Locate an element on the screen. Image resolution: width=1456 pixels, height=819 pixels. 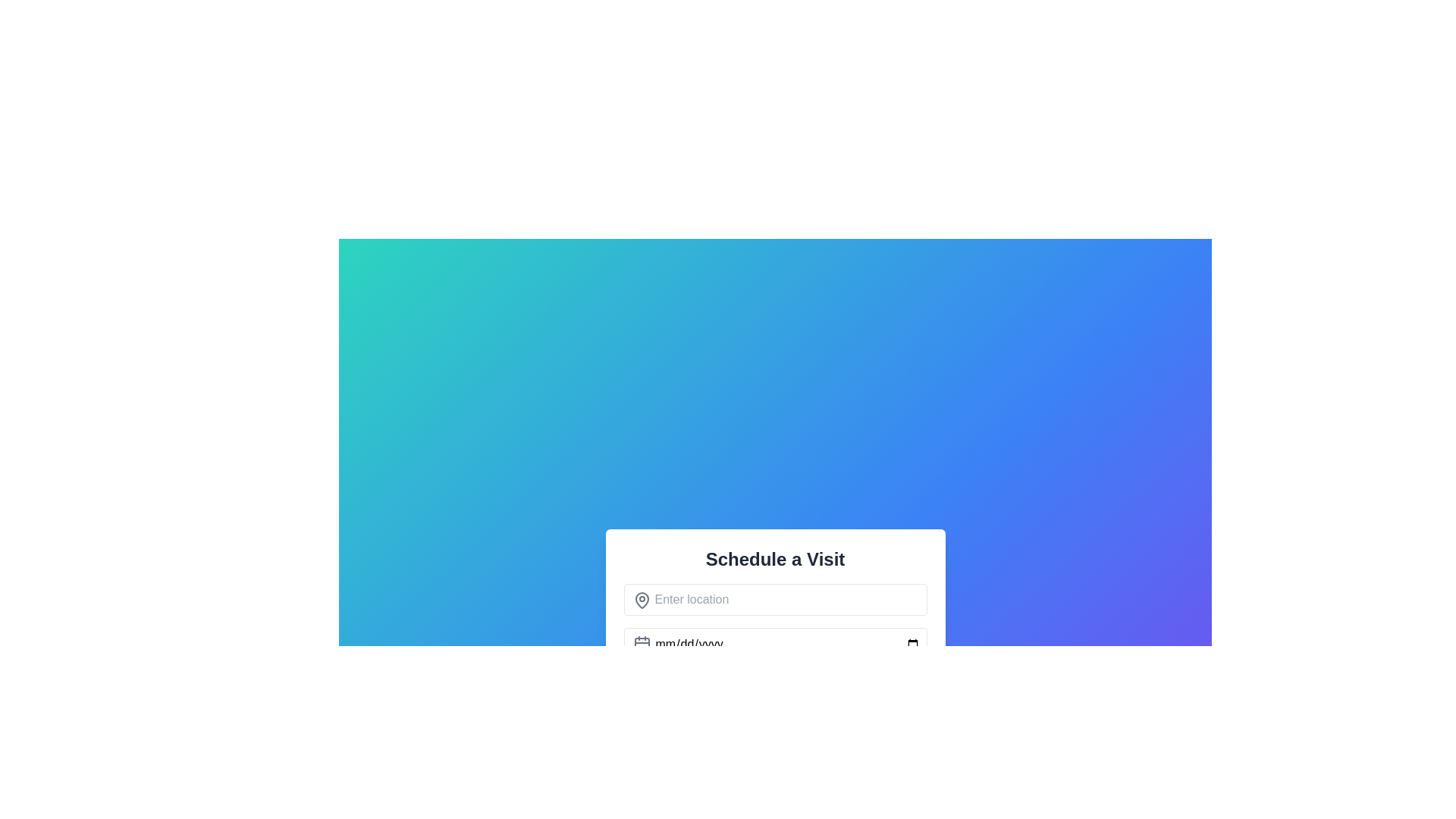
the Date input field located below the 'Enter location' input field and above the time selection field in the 'Schedule a Visit' section to focus is located at coordinates (775, 644).